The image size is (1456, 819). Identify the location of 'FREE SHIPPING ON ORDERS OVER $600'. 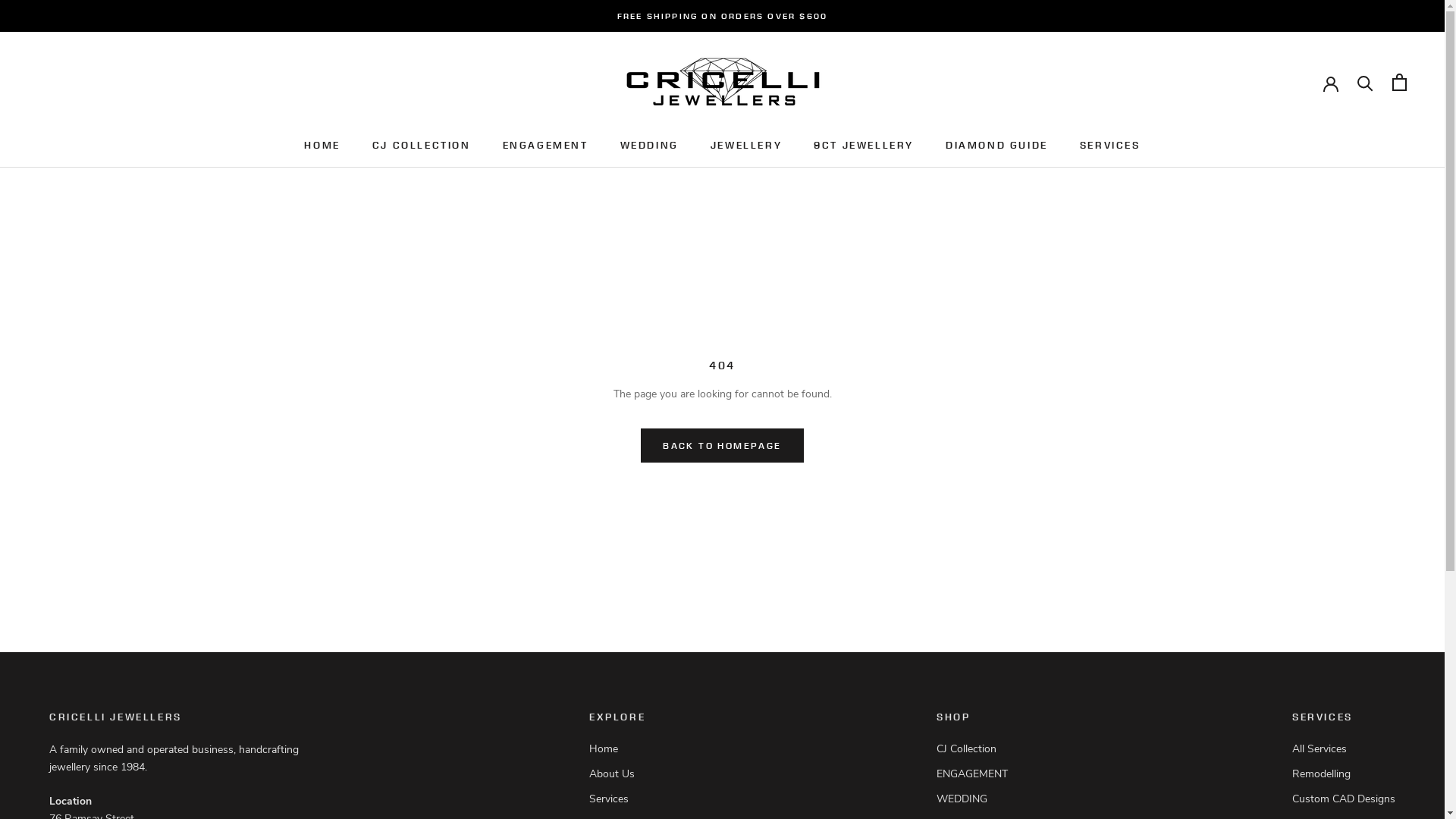
(722, 15).